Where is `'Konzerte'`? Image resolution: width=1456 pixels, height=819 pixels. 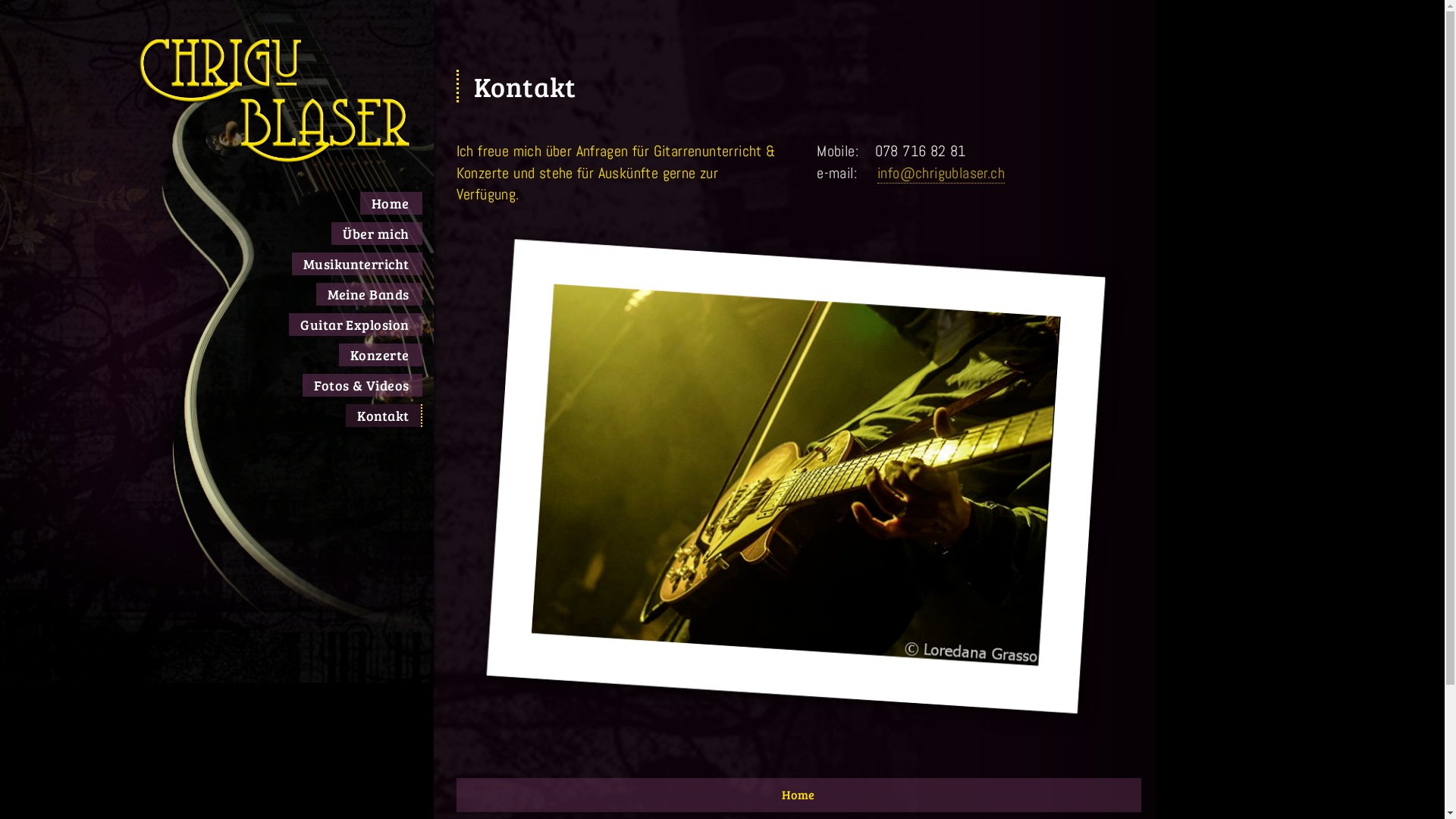
'Konzerte' is located at coordinates (381, 354).